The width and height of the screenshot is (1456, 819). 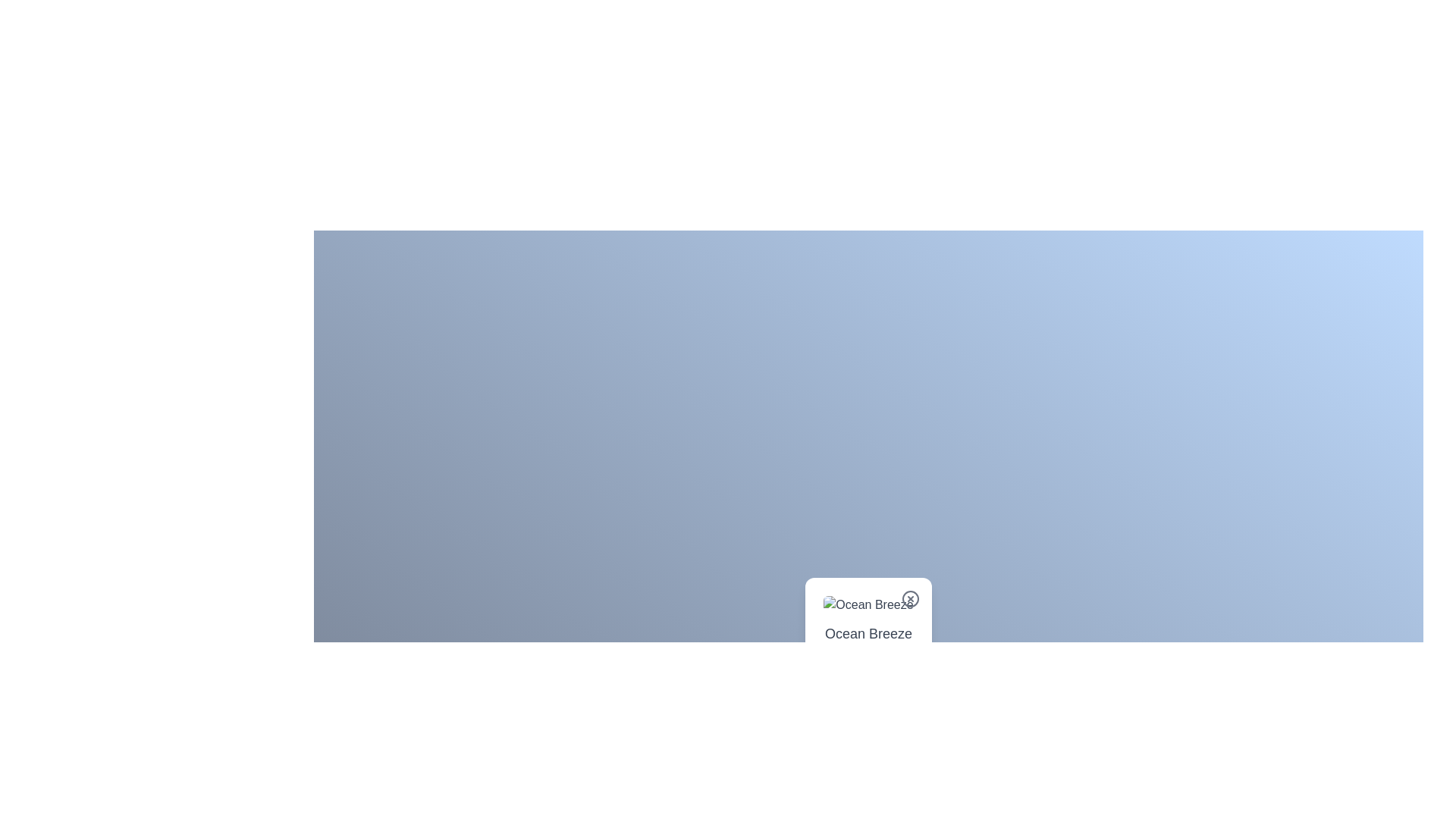 What do you see at coordinates (910, 598) in the screenshot?
I see `the close button located at the top-right corner of the text label, which serves` at bounding box center [910, 598].